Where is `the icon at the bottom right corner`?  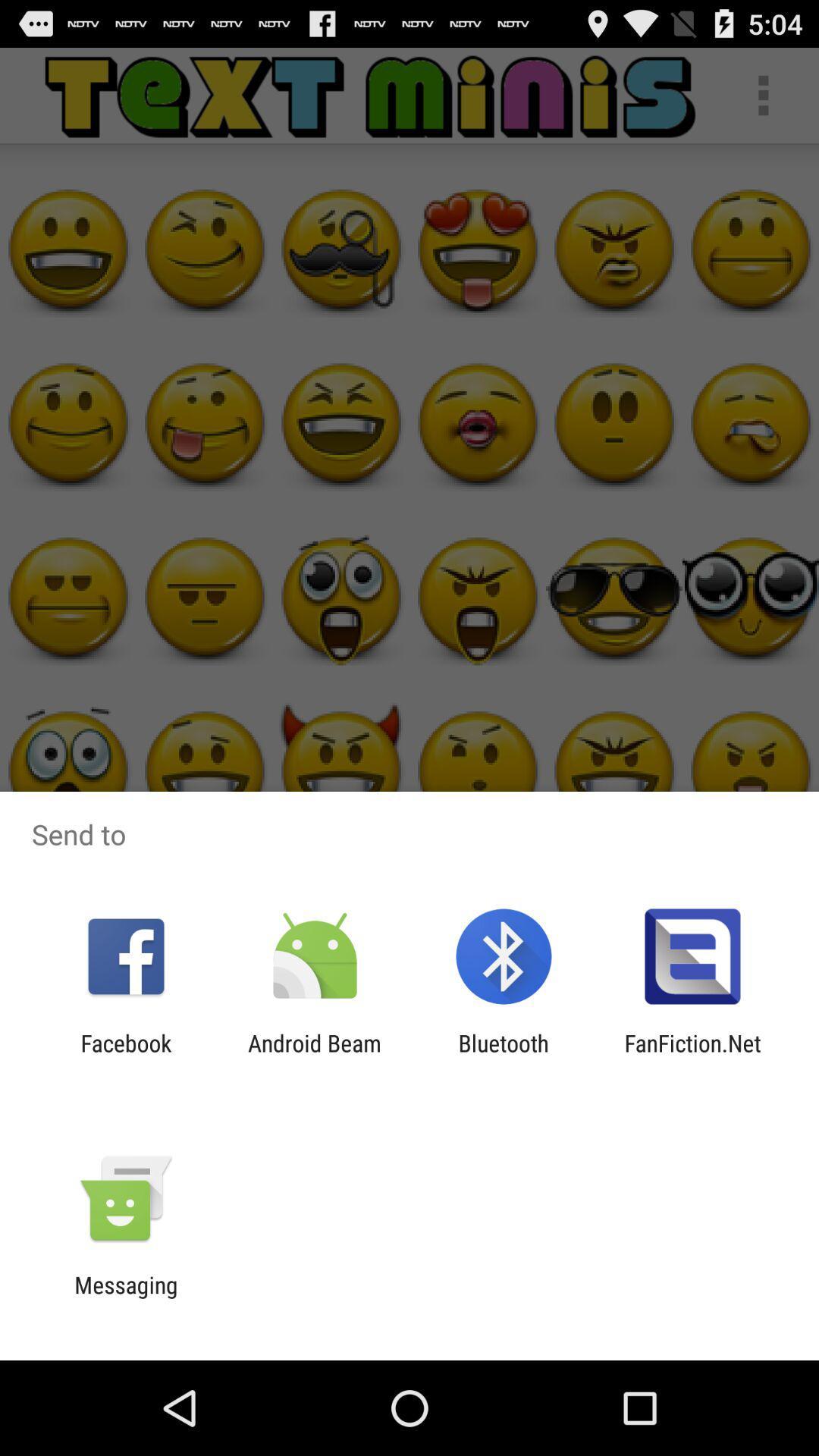
the icon at the bottom right corner is located at coordinates (692, 1056).